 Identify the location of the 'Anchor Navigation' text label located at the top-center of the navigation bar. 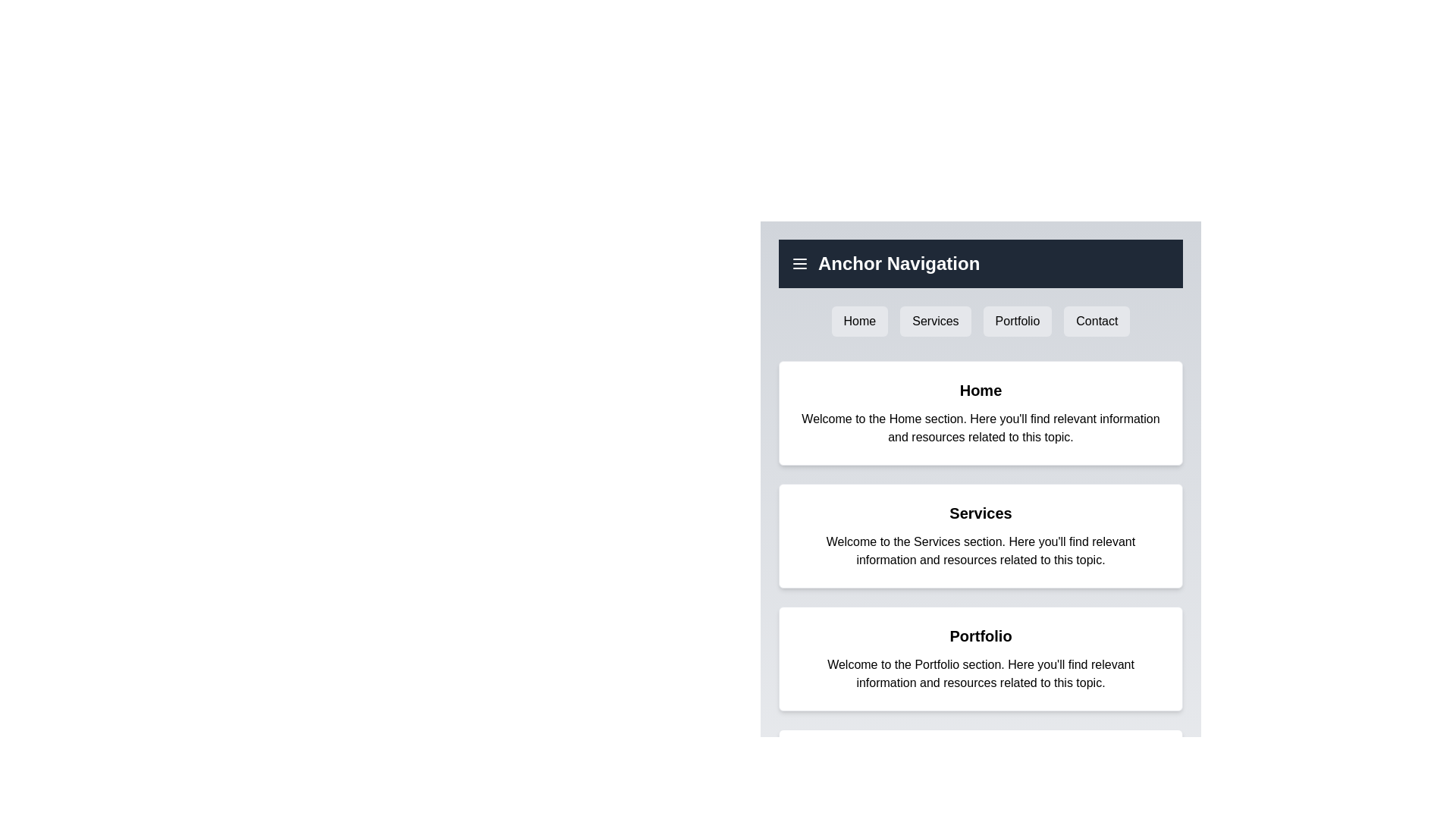
(899, 262).